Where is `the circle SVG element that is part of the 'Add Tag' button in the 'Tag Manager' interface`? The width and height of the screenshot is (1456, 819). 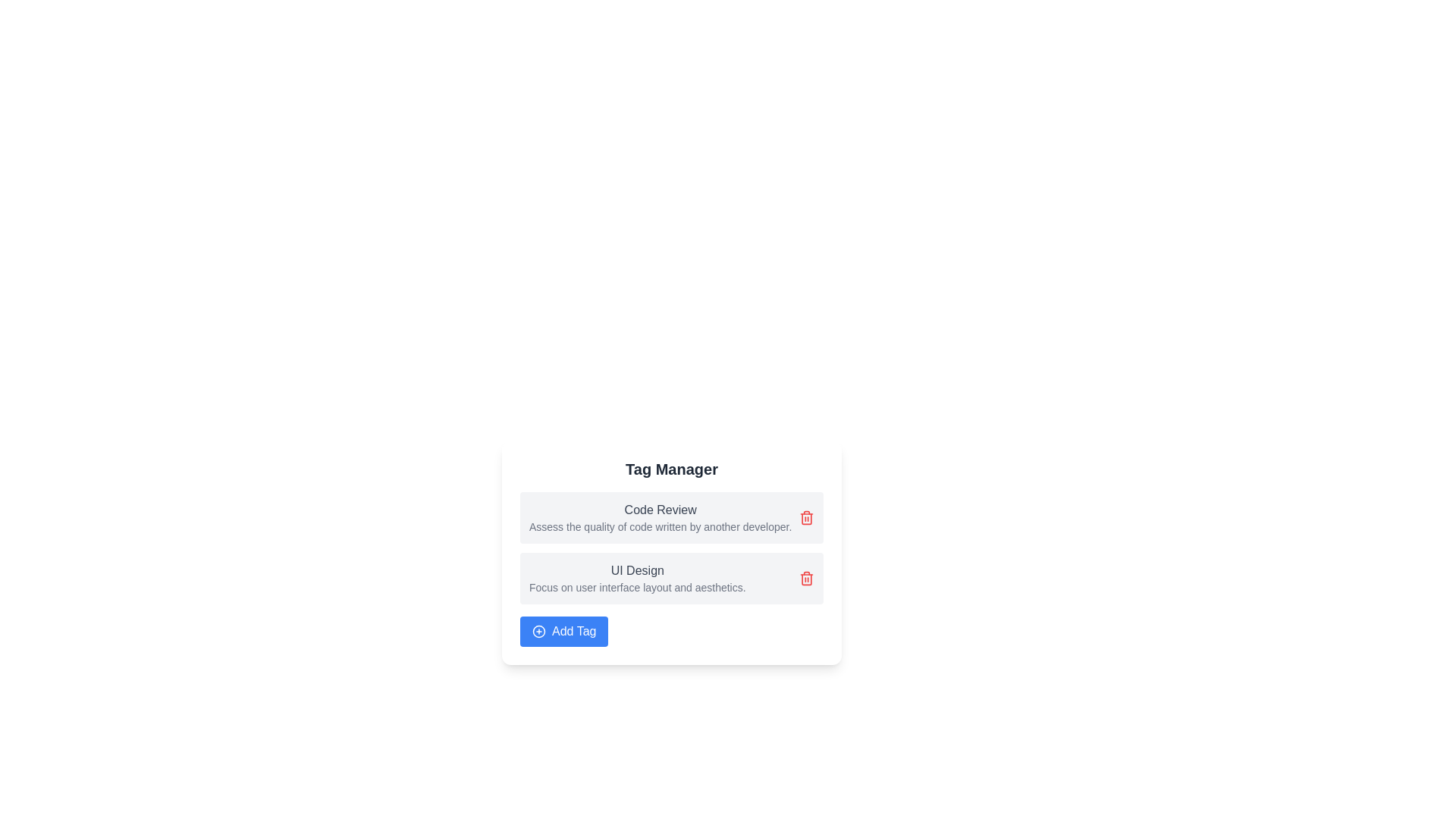
the circle SVG element that is part of the 'Add Tag' button in the 'Tag Manager' interface is located at coordinates (538, 632).